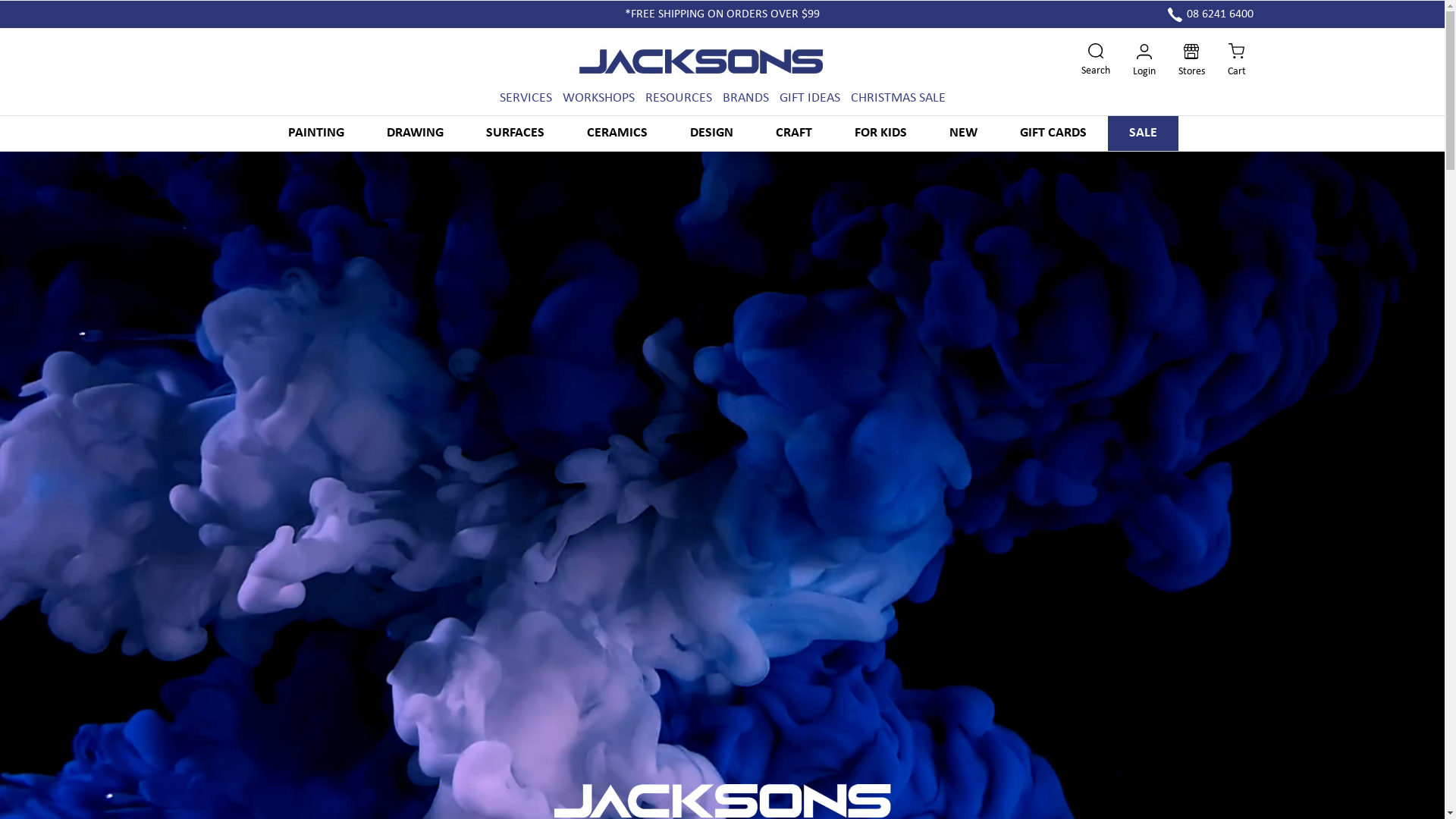  What do you see at coordinates (745, 98) in the screenshot?
I see `'BRANDS'` at bounding box center [745, 98].